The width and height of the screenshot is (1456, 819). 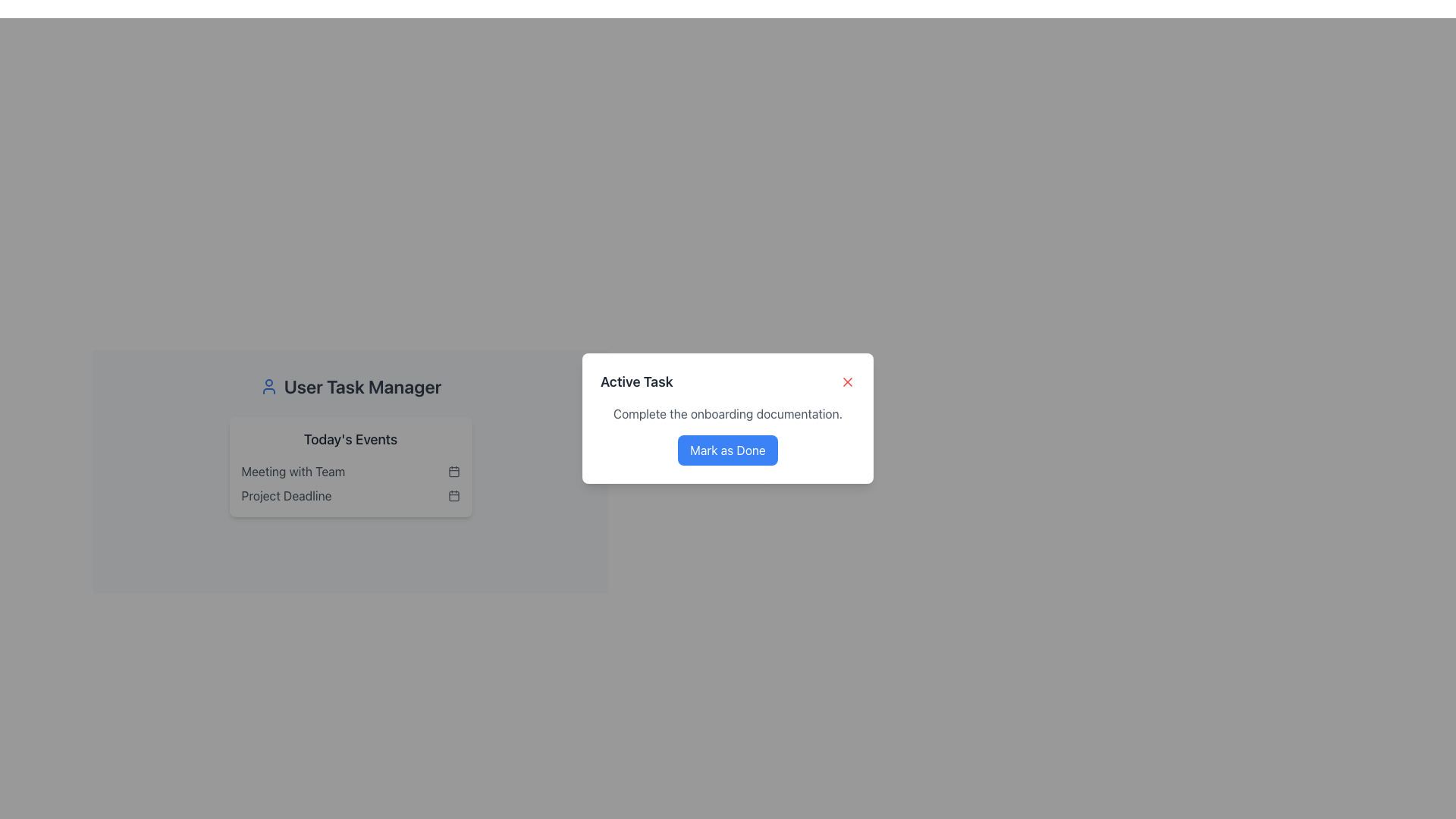 What do you see at coordinates (453, 496) in the screenshot?
I see `the icon located to the far-right of the 'Project Deadline' text in the bottom row of the 'Today's Events' section within the 'User Task Manager' module` at bounding box center [453, 496].